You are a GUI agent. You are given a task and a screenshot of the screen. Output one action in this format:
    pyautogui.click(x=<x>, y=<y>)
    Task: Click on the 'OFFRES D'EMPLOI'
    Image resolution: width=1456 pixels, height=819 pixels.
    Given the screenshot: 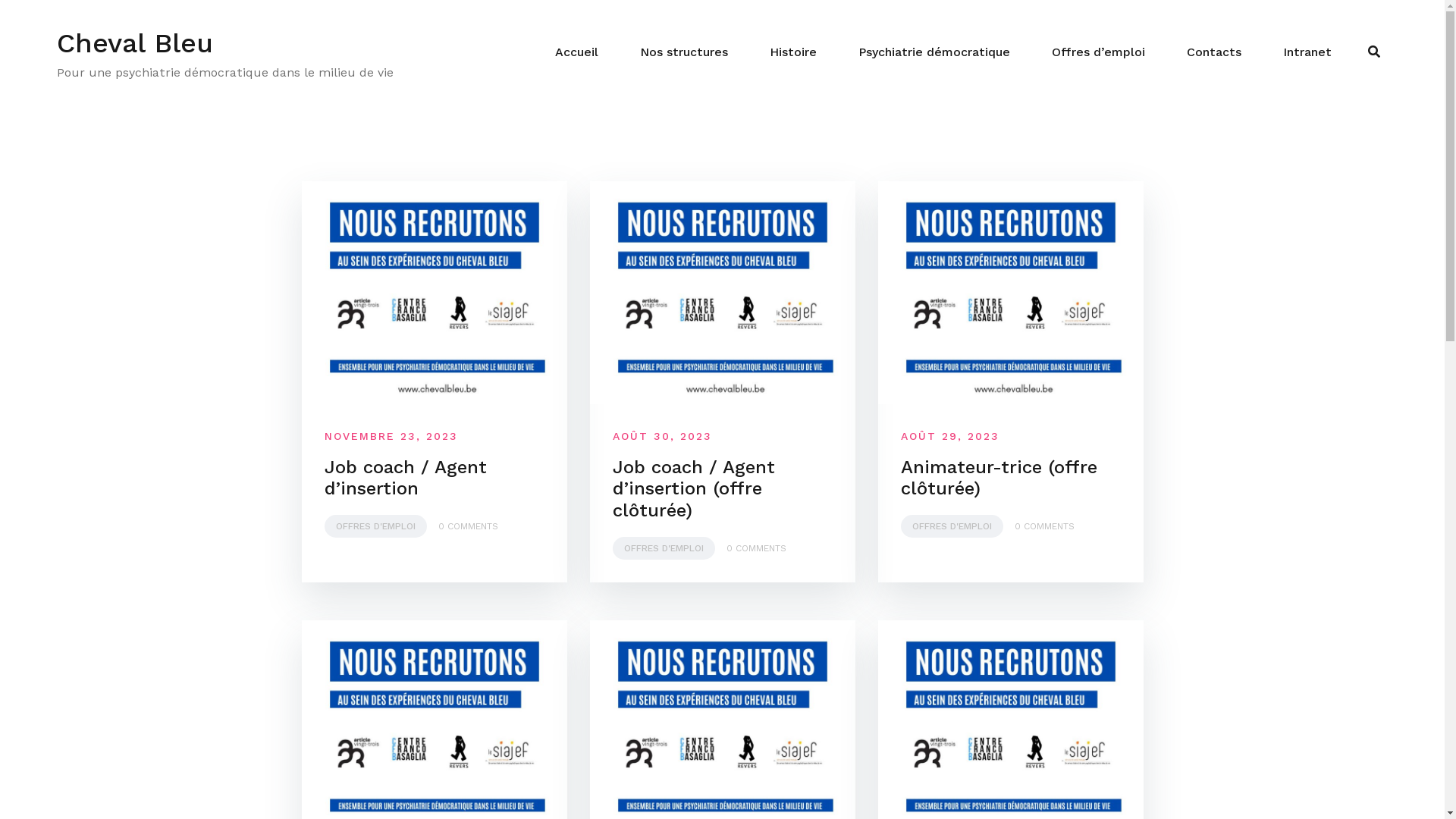 What is the action you would take?
    pyautogui.click(x=951, y=526)
    